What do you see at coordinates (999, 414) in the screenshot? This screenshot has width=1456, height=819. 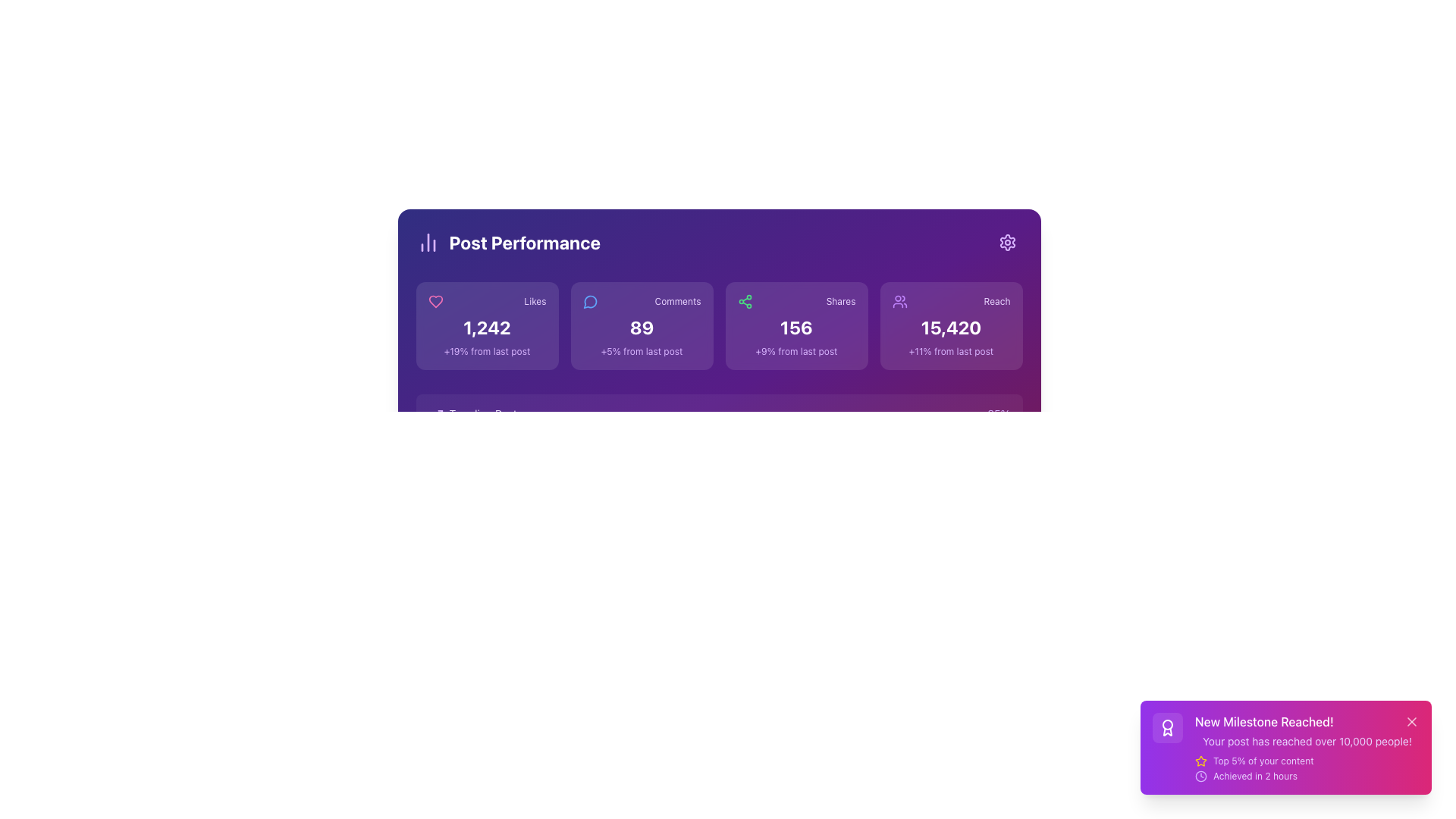 I see `the display label showing the percentage value associated with the 'Trending Post' row, located at the bottom-right end of the row` at bounding box center [999, 414].